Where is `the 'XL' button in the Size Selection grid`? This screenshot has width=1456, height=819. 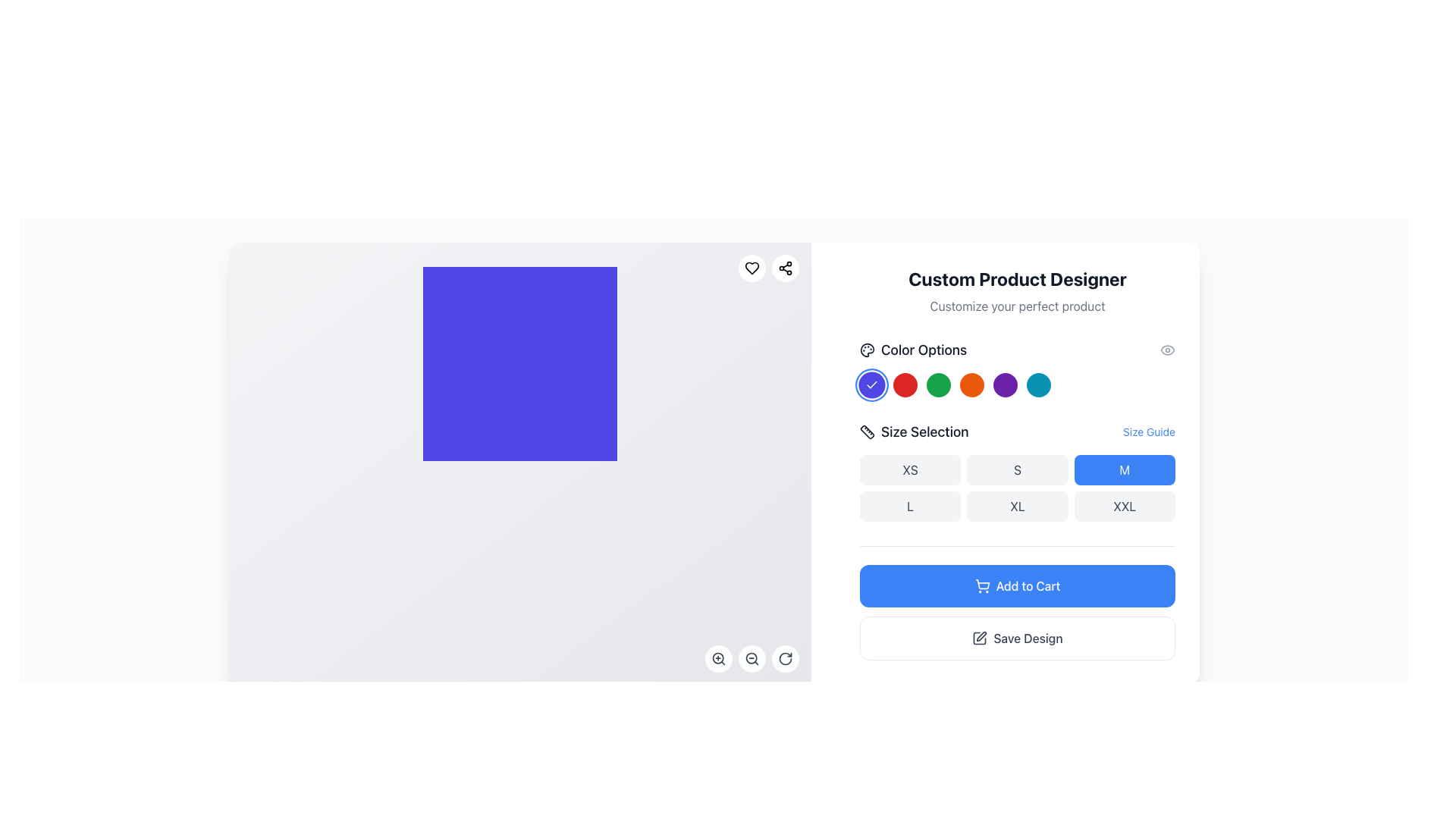
the 'XL' button in the Size Selection grid is located at coordinates (1018, 506).